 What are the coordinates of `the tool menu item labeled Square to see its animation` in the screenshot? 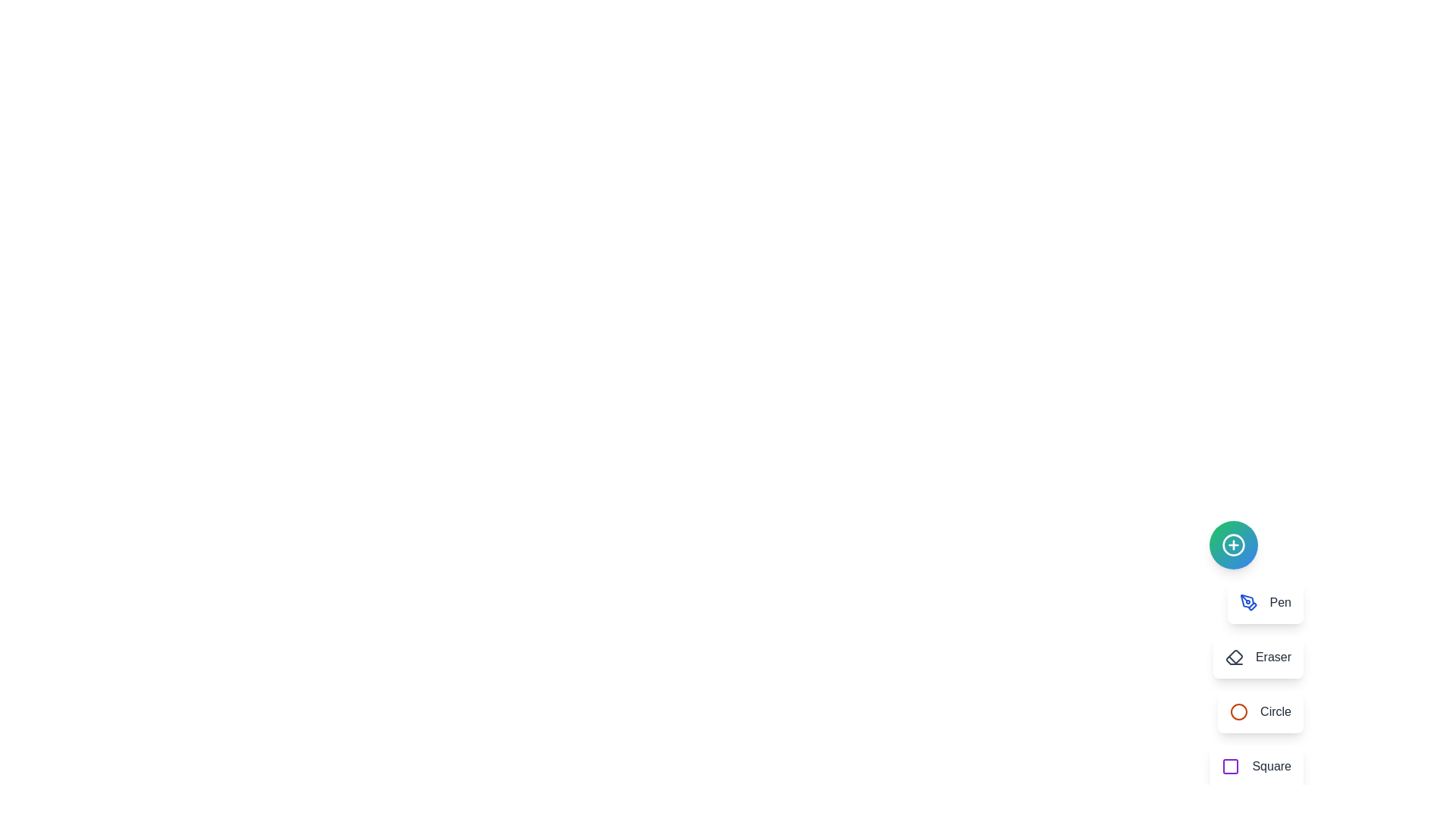 It's located at (1256, 766).